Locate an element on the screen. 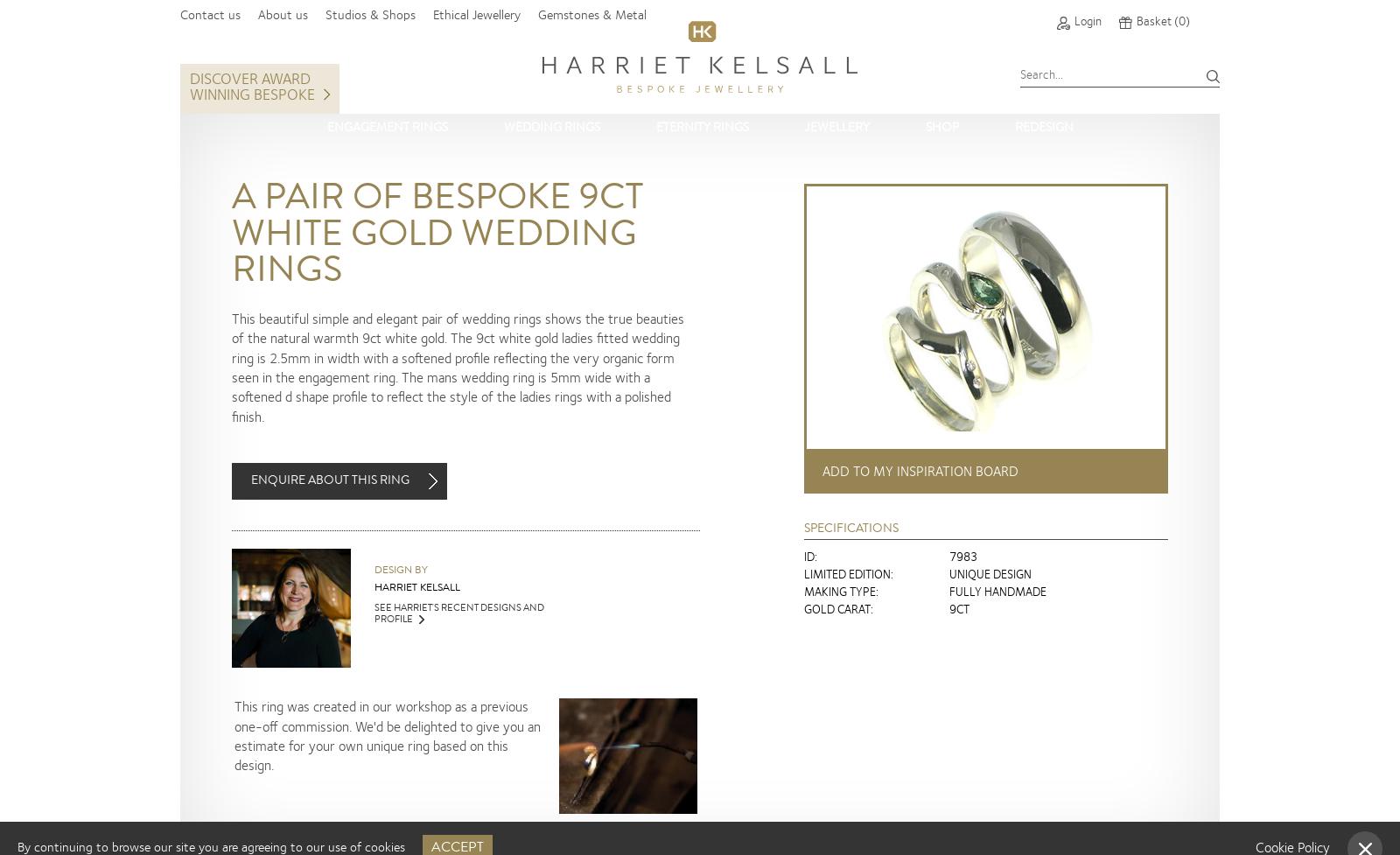  'Fully Handmade' is located at coordinates (997, 592).